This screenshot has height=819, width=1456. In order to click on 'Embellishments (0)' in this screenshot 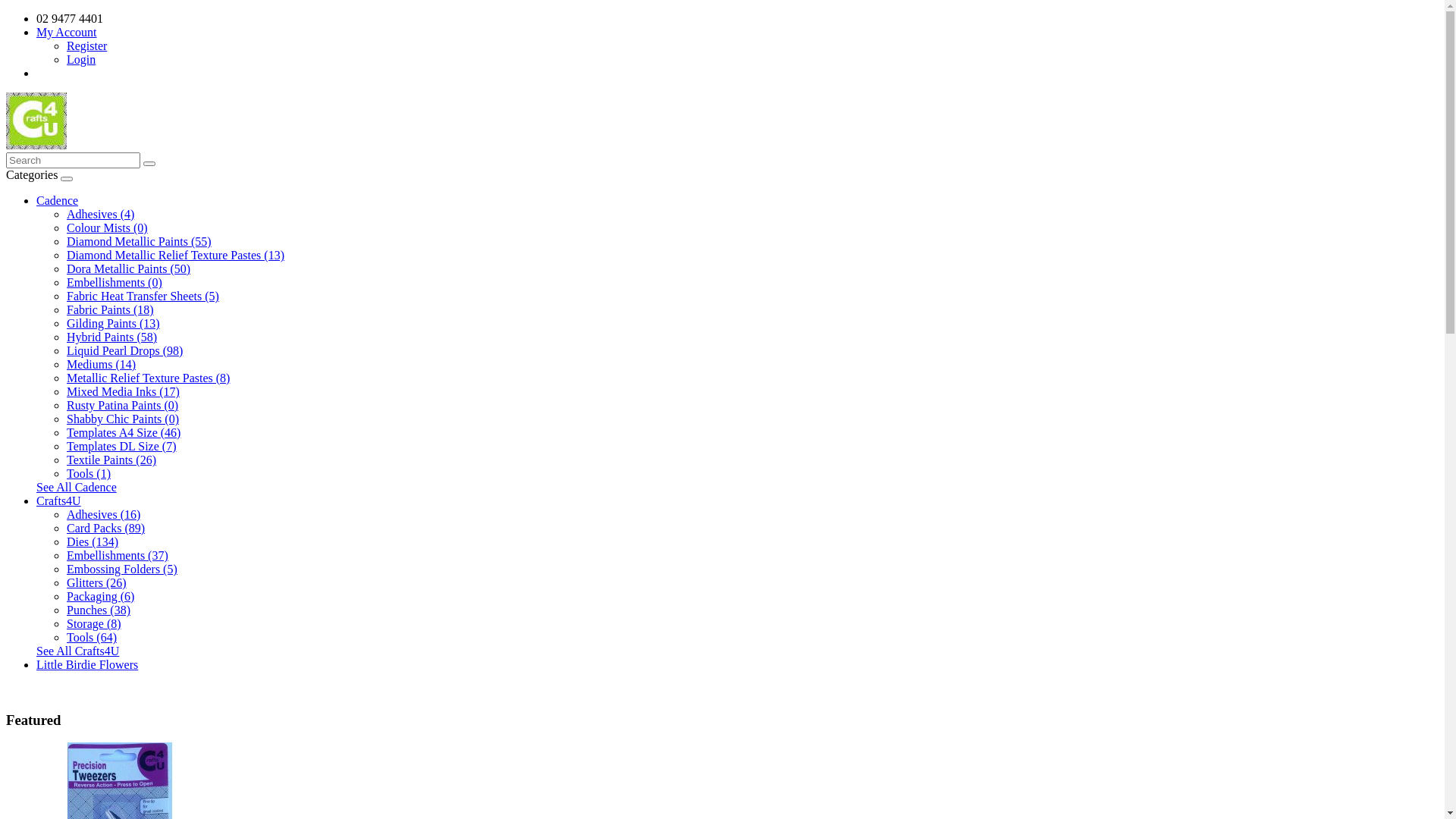, I will do `click(113, 282)`.